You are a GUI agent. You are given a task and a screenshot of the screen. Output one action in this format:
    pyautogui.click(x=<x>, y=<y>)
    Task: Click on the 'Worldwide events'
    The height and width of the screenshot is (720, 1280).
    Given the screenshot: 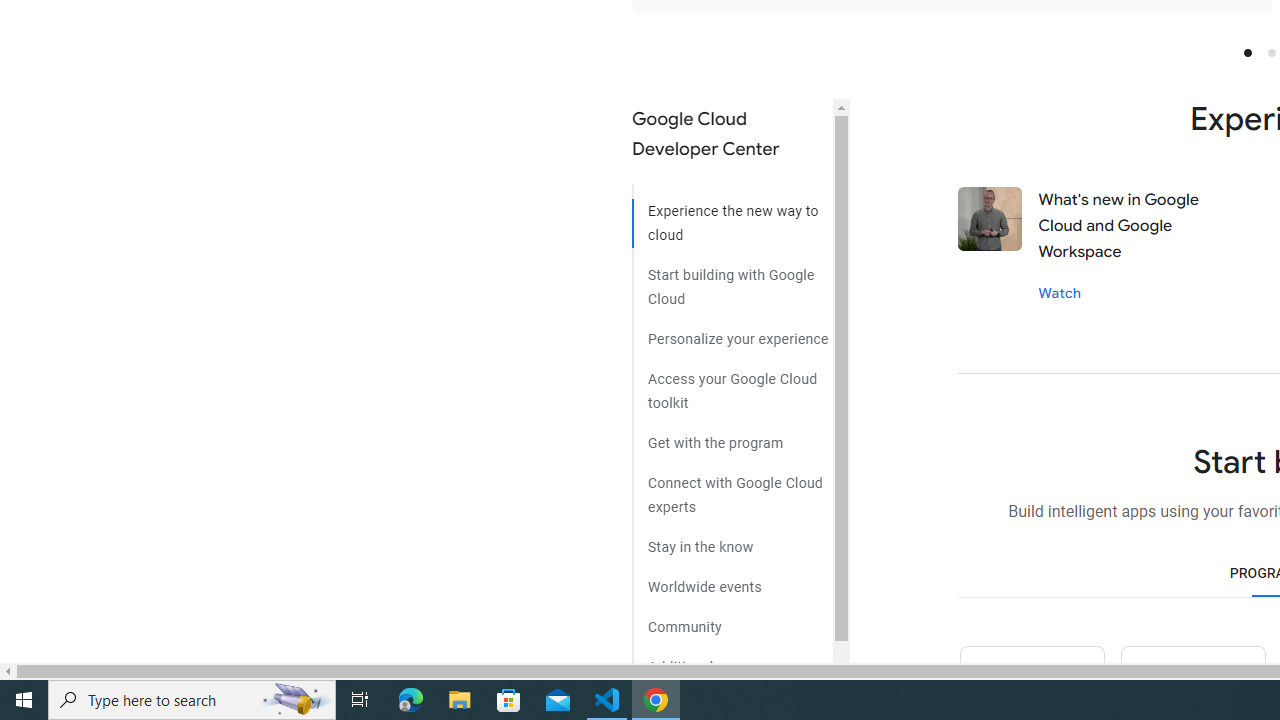 What is the action you would take?
    pyautogui.click(x=731, y=579)
    